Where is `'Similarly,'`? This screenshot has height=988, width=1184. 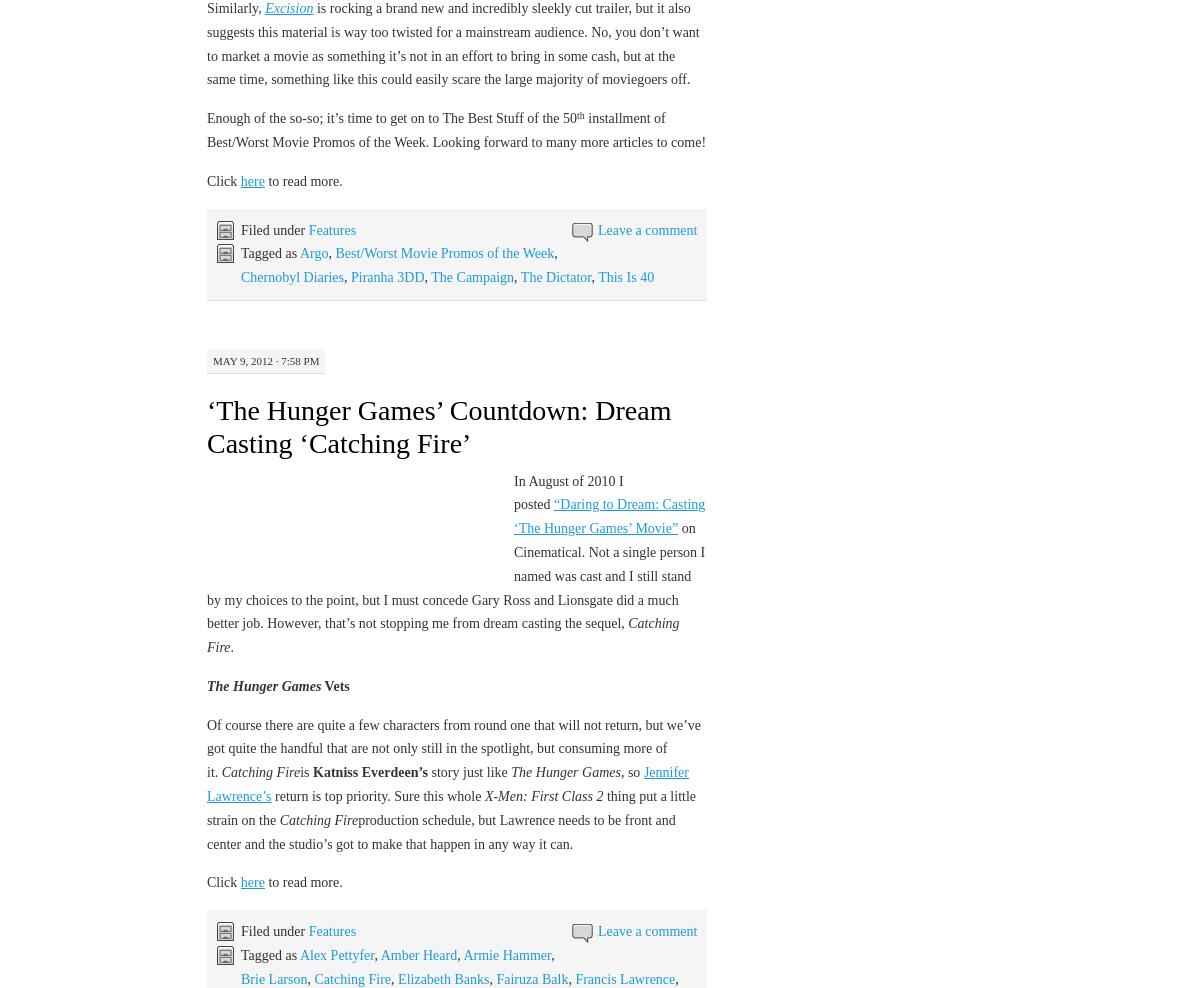
'Similarly,' is located at coordinates (235, 6).